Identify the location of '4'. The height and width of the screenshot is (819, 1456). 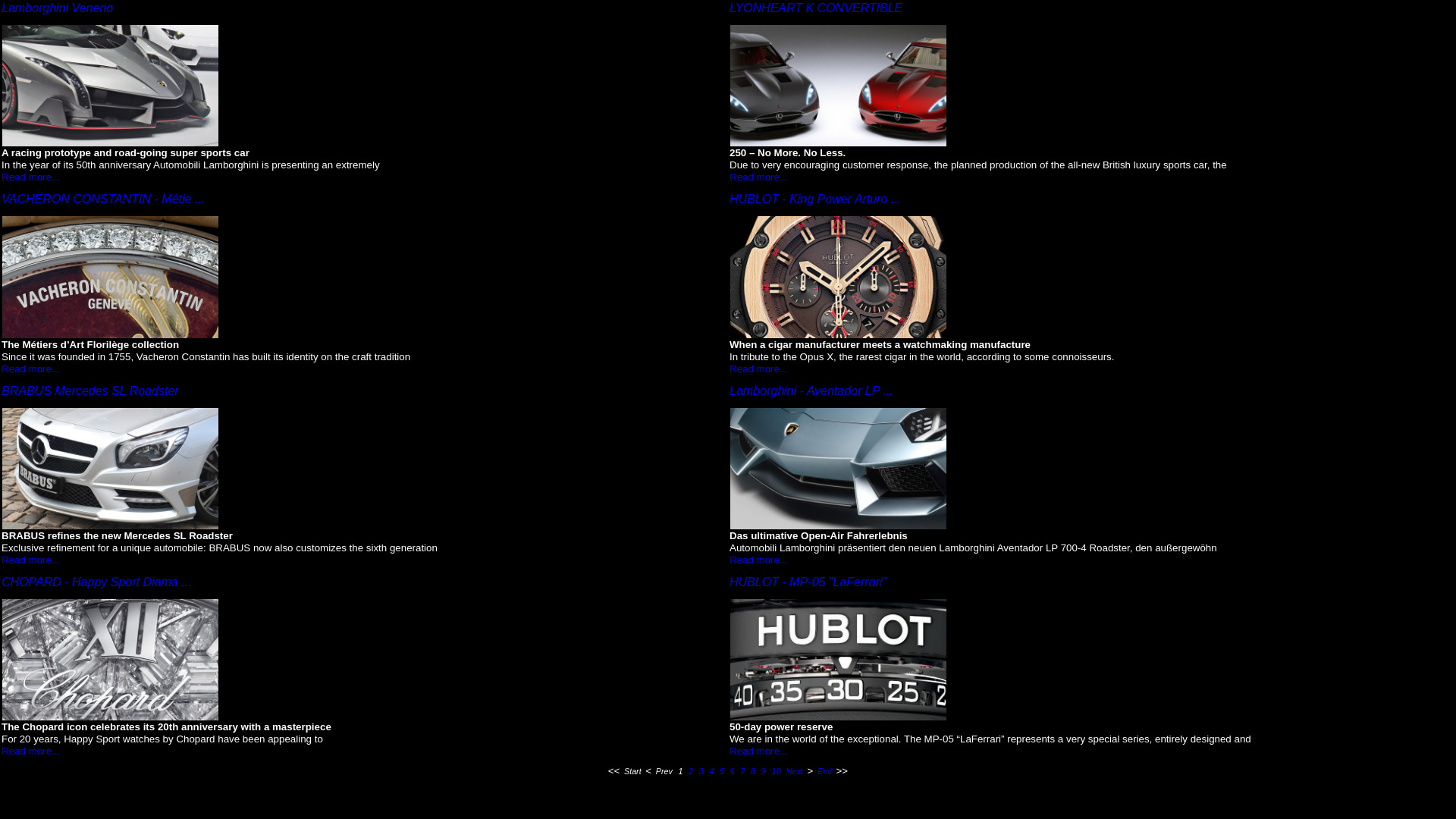
(710, 771).